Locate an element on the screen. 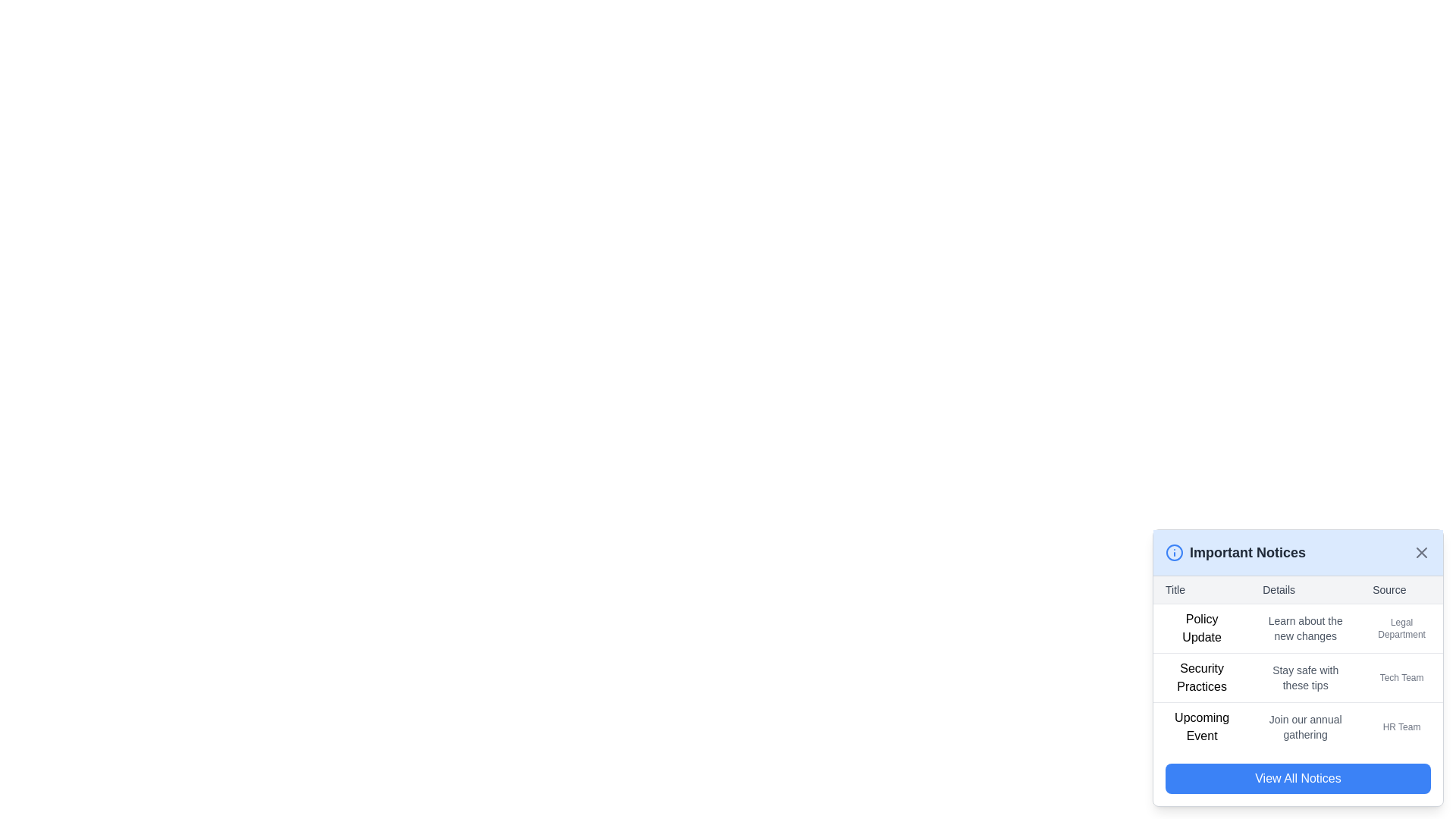 The width and height of the screenshot is (1456, 819). the Text Label that indicates the source attribution for the 'Security Practices' table row, specifically identifying the 'Tech Team' as the source is located at coordinates (1401, 677).